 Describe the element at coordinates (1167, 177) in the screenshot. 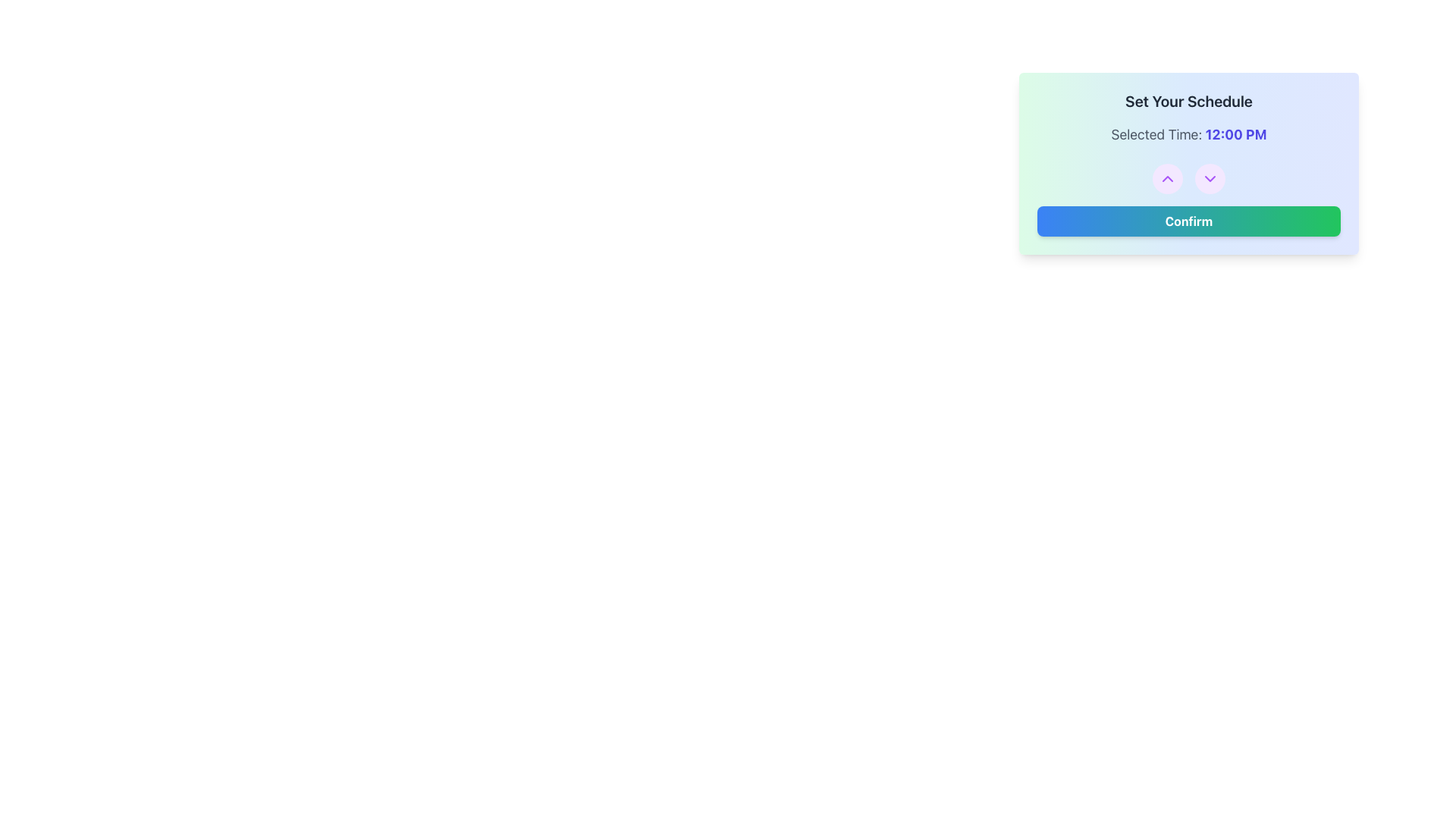

I see `the upward arrow icon in the schedule-setting panel to increment the time` at that location.